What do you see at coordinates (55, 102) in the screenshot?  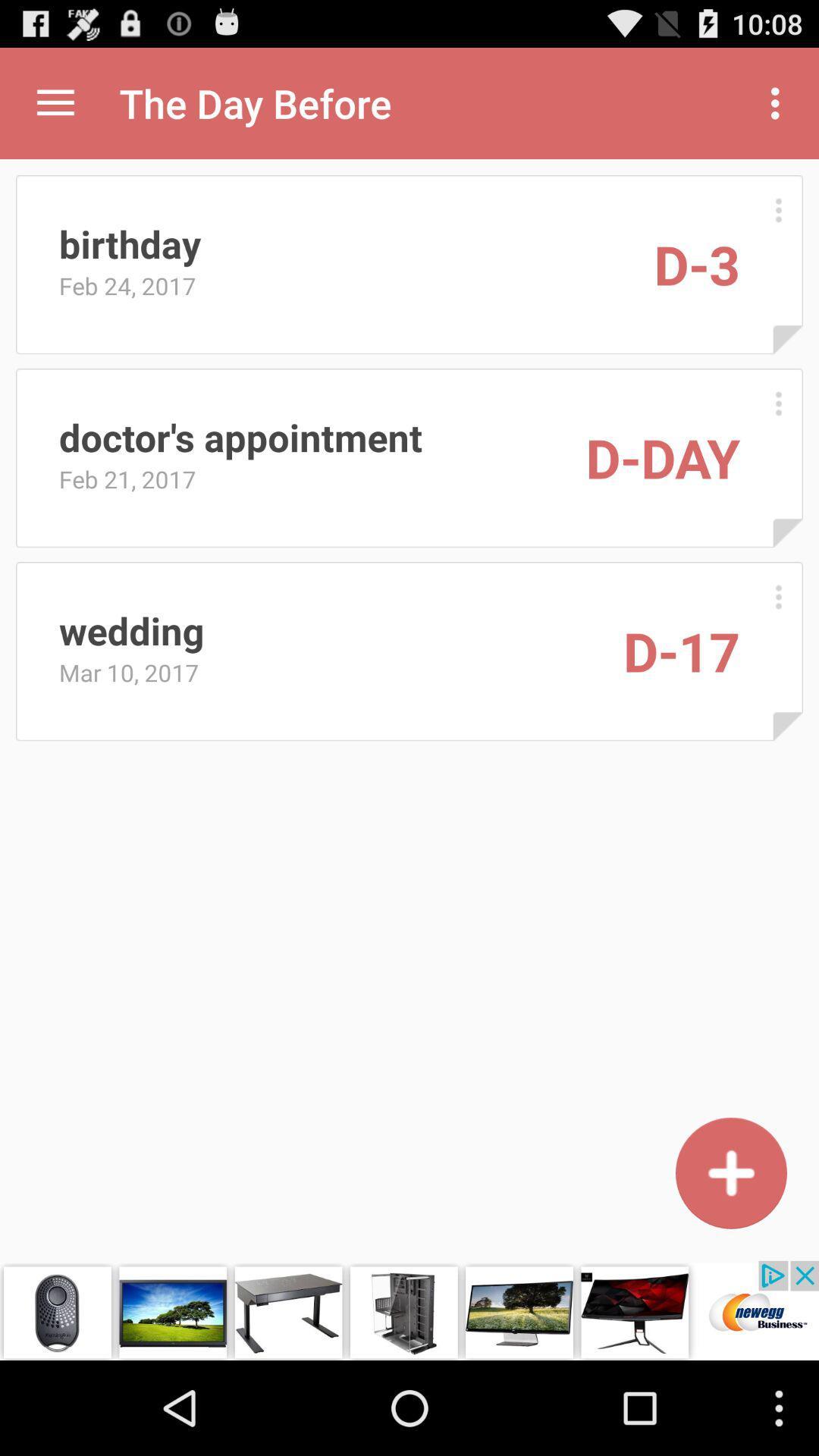 I see `expand menu` at bounding box center [55, 102].